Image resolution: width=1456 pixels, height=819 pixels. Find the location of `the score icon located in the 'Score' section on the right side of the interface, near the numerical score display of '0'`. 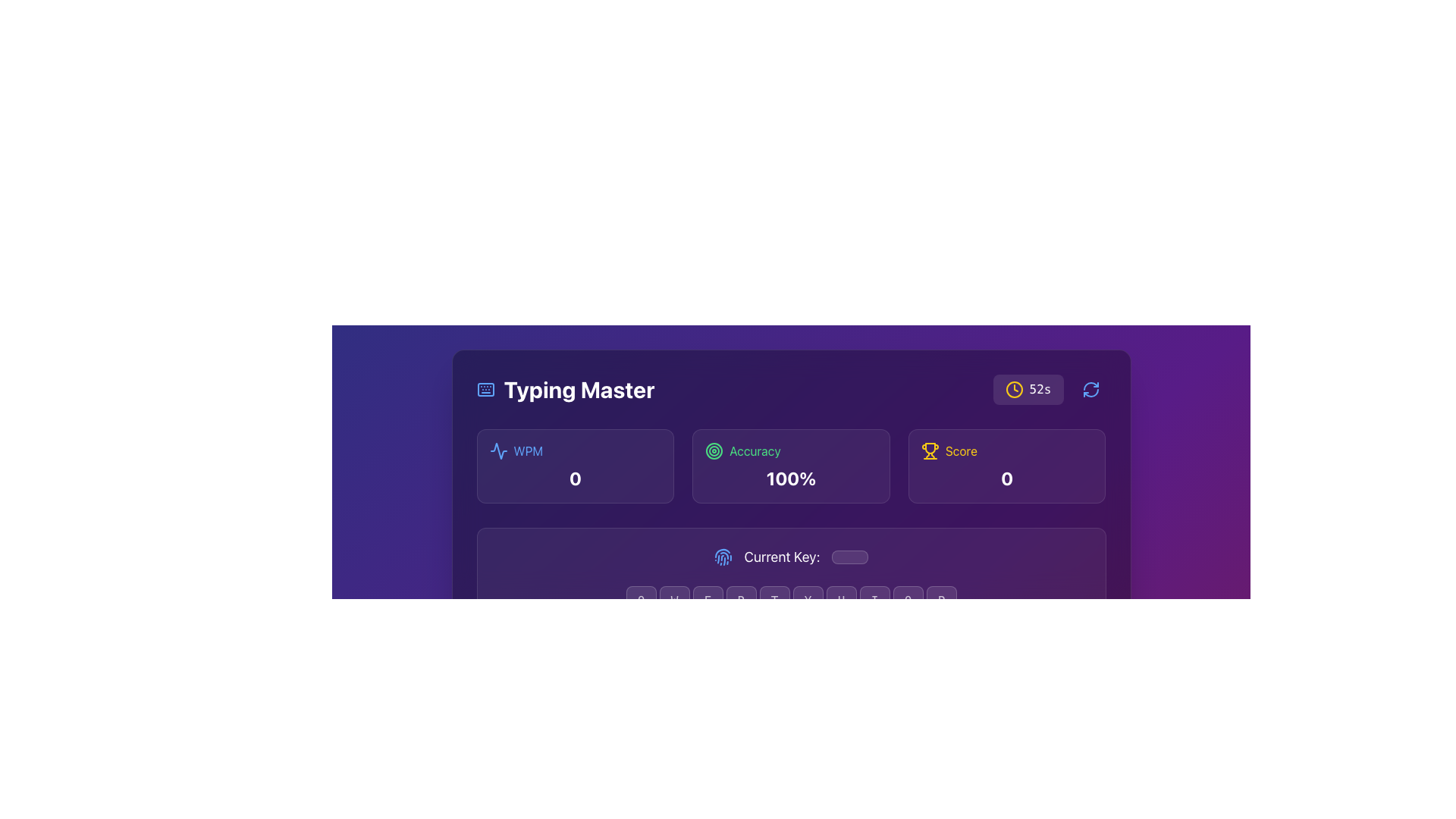

the score icon located in the 'Score' section on the right side of the interface, near the numerical score display of '0' is located at coordinates (929, 447).